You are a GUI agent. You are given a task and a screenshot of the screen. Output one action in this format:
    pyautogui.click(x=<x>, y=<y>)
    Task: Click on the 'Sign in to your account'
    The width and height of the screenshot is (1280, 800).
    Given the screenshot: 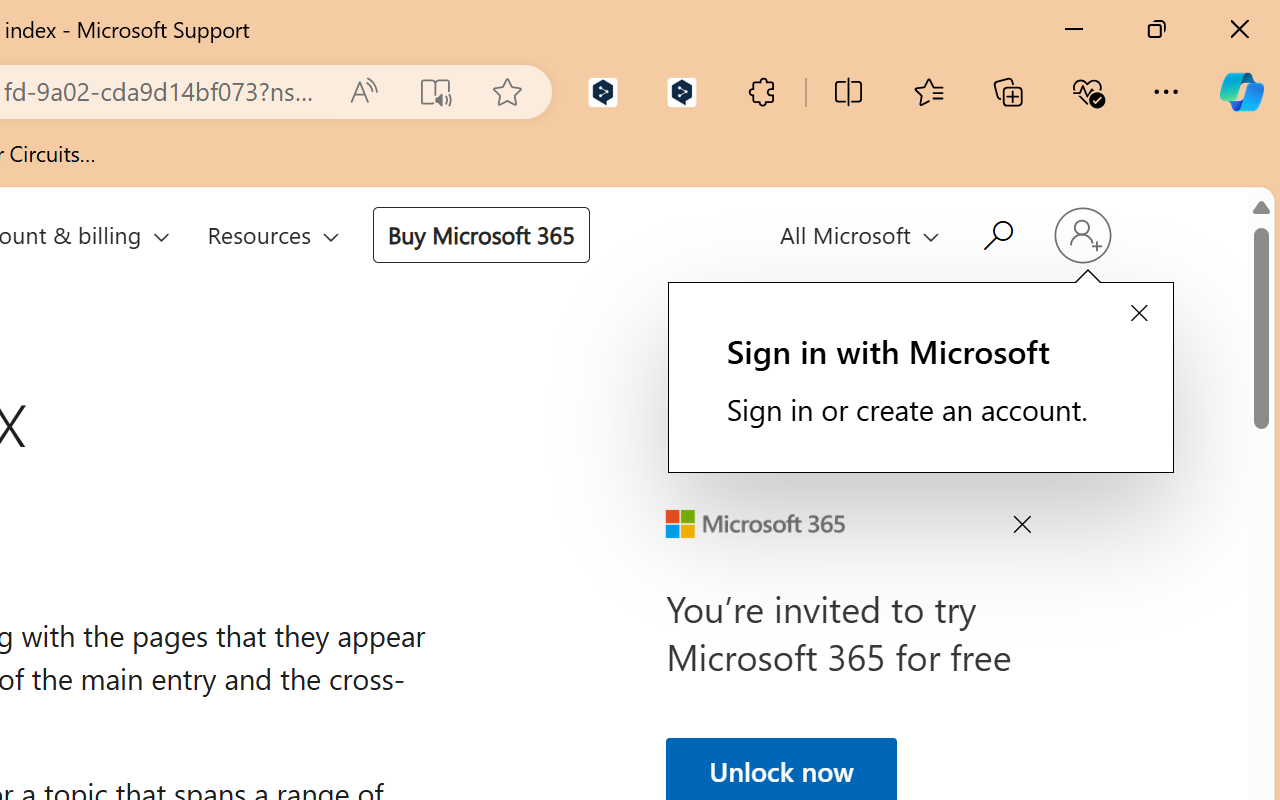 What is the action you would take?
    pyautogui.click(x=1081, y=234)
    